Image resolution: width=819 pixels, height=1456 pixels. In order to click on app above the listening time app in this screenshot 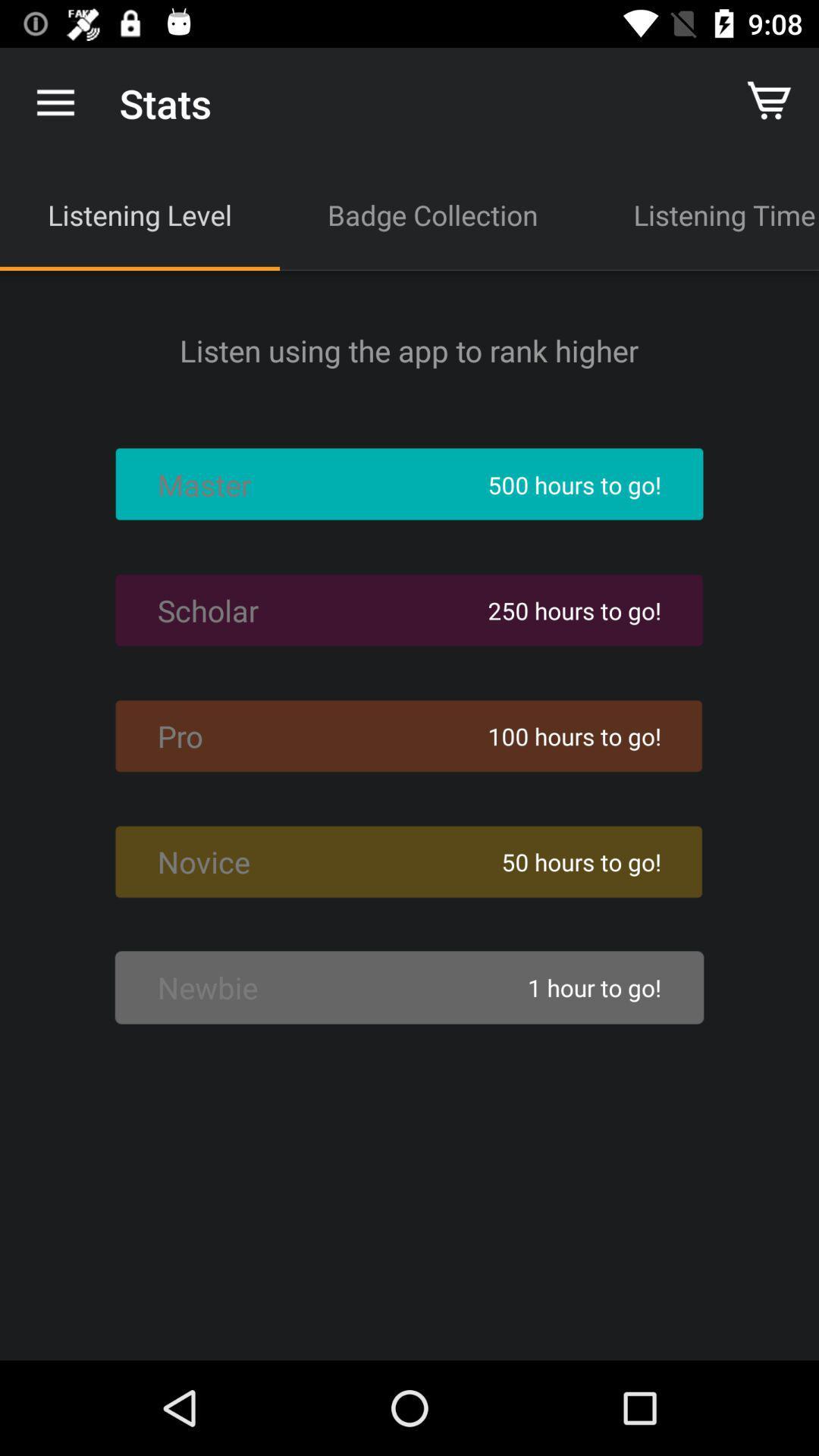, I will do `click(771, 102)`.